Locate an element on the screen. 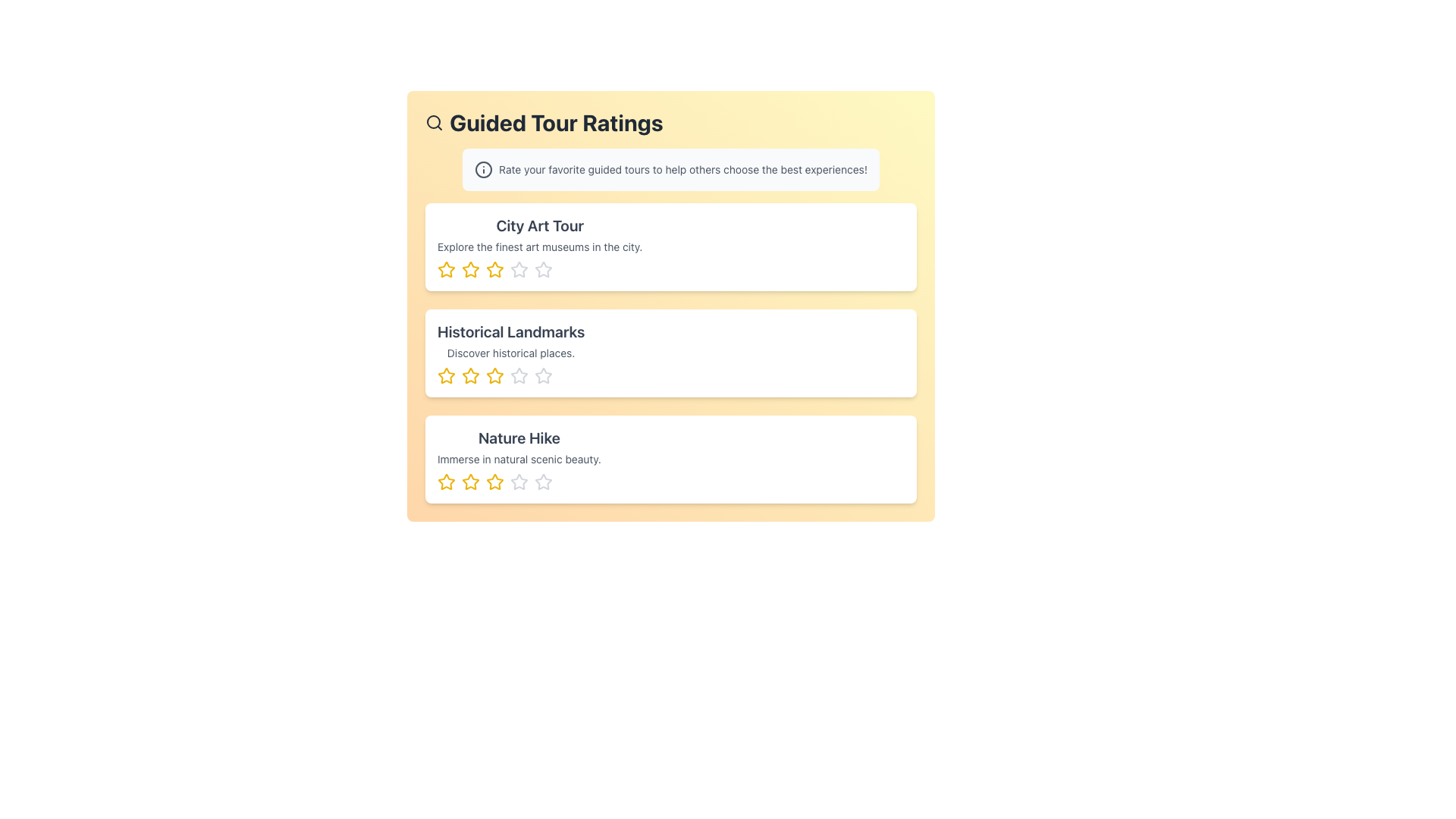 Image resolution: width=1456 pixels, height=819 pixels. the fifth star in the rating row of the 'Nature Hike' section is located at coordinates (543, 482).